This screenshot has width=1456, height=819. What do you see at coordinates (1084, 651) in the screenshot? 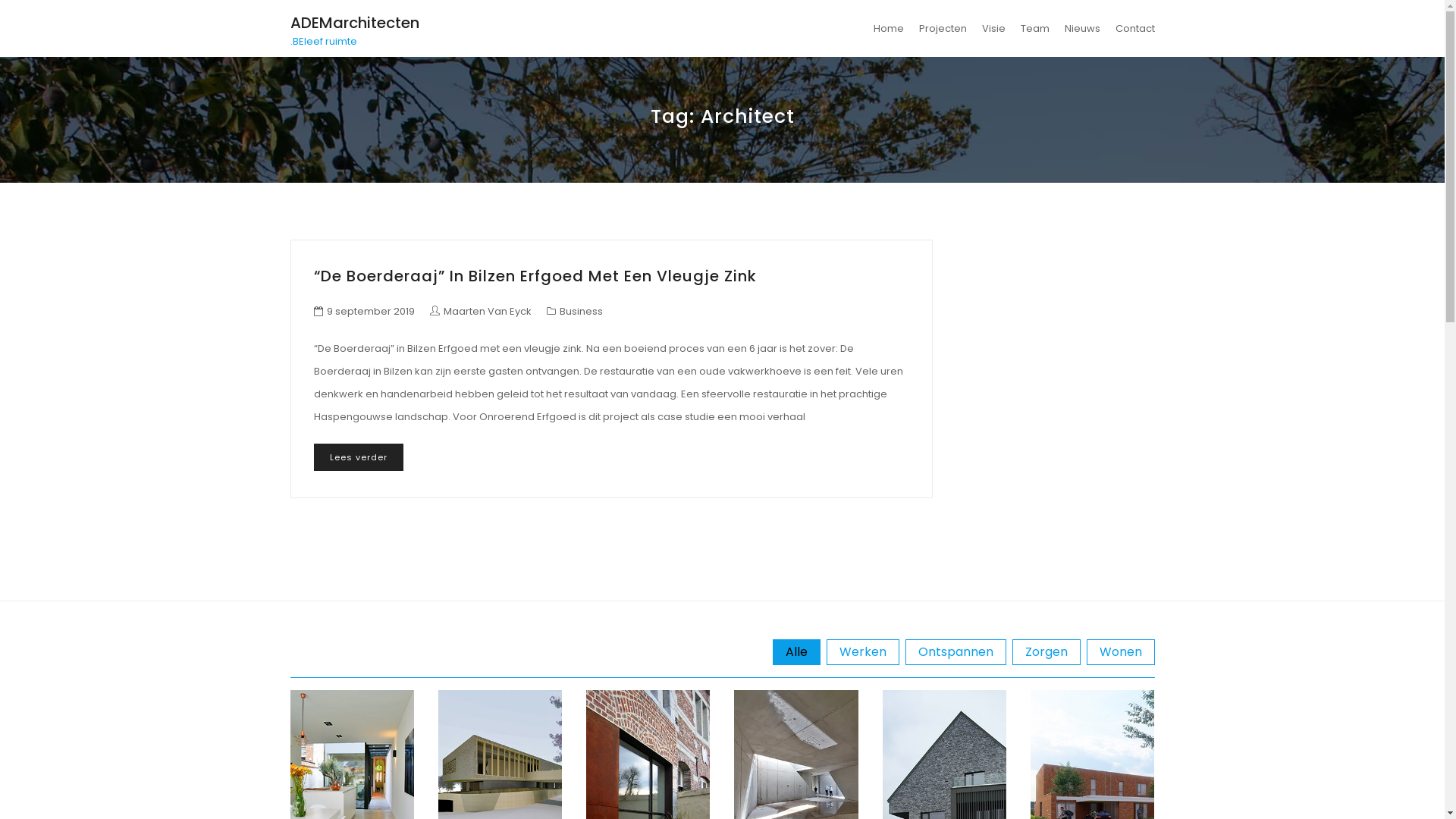
I see `'Wonen'` at bounding box center [1084, 651].